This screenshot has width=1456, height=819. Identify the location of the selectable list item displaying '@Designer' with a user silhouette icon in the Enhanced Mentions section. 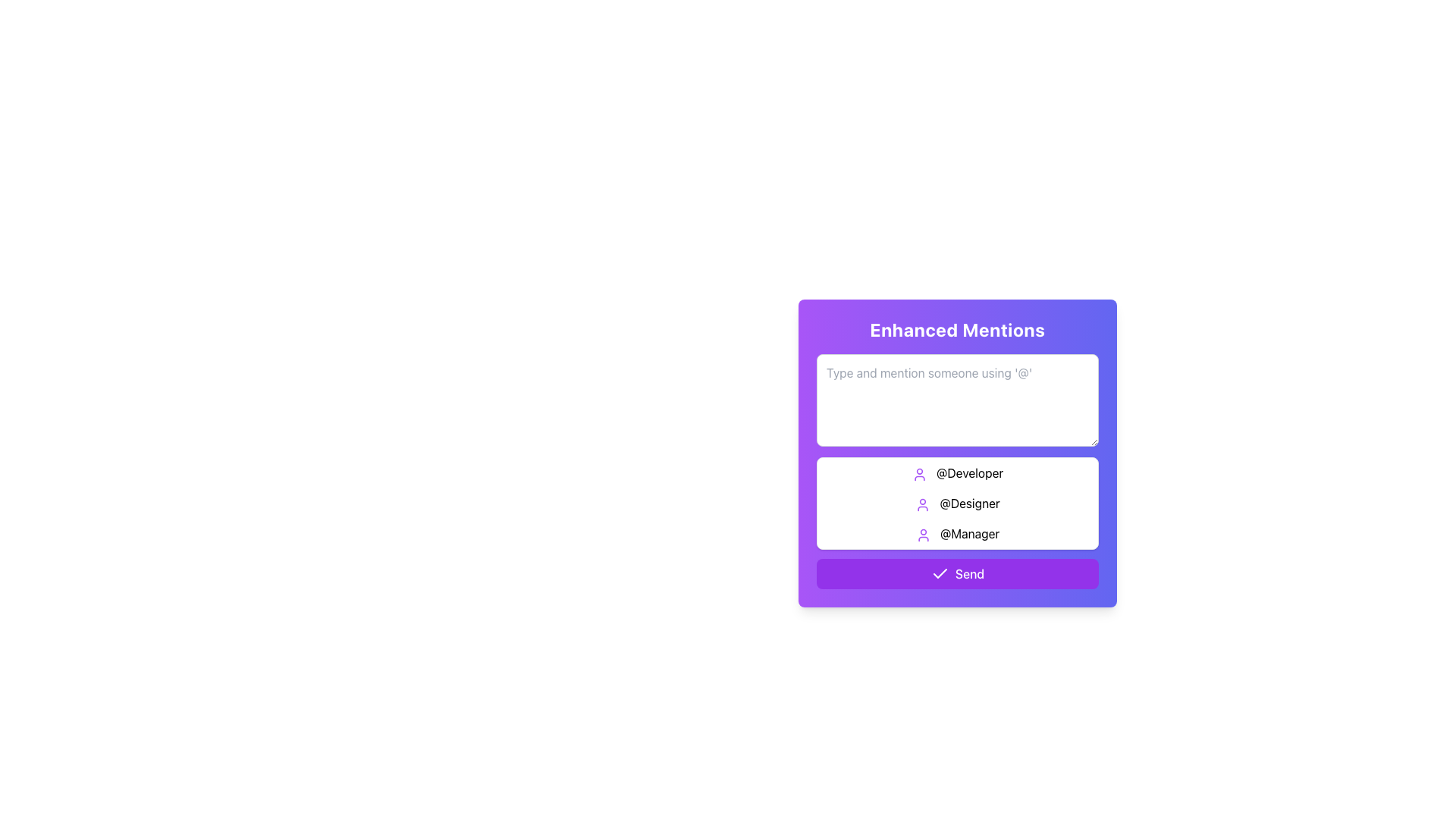
(956, 503).